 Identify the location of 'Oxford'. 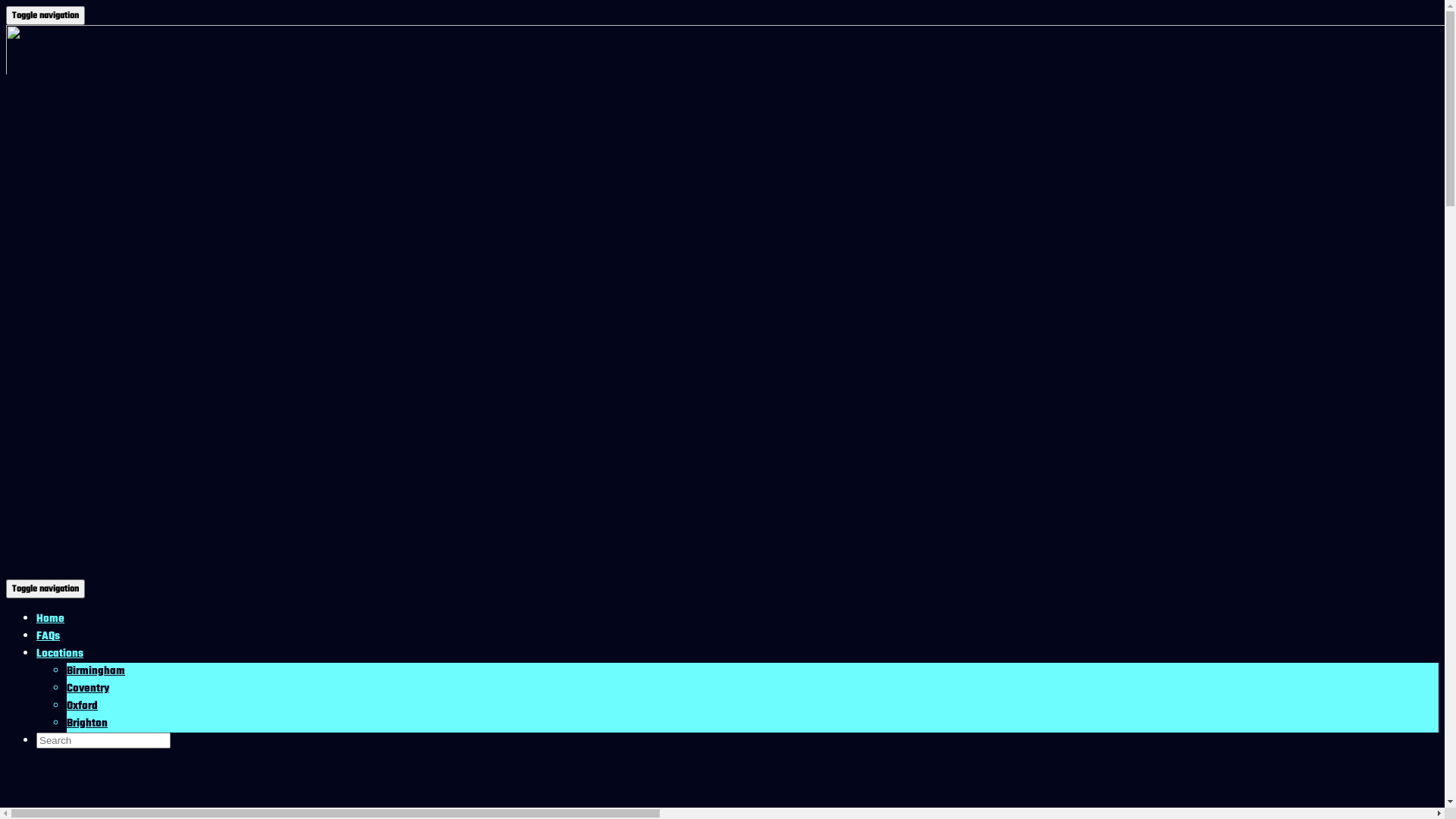
(81, 706).